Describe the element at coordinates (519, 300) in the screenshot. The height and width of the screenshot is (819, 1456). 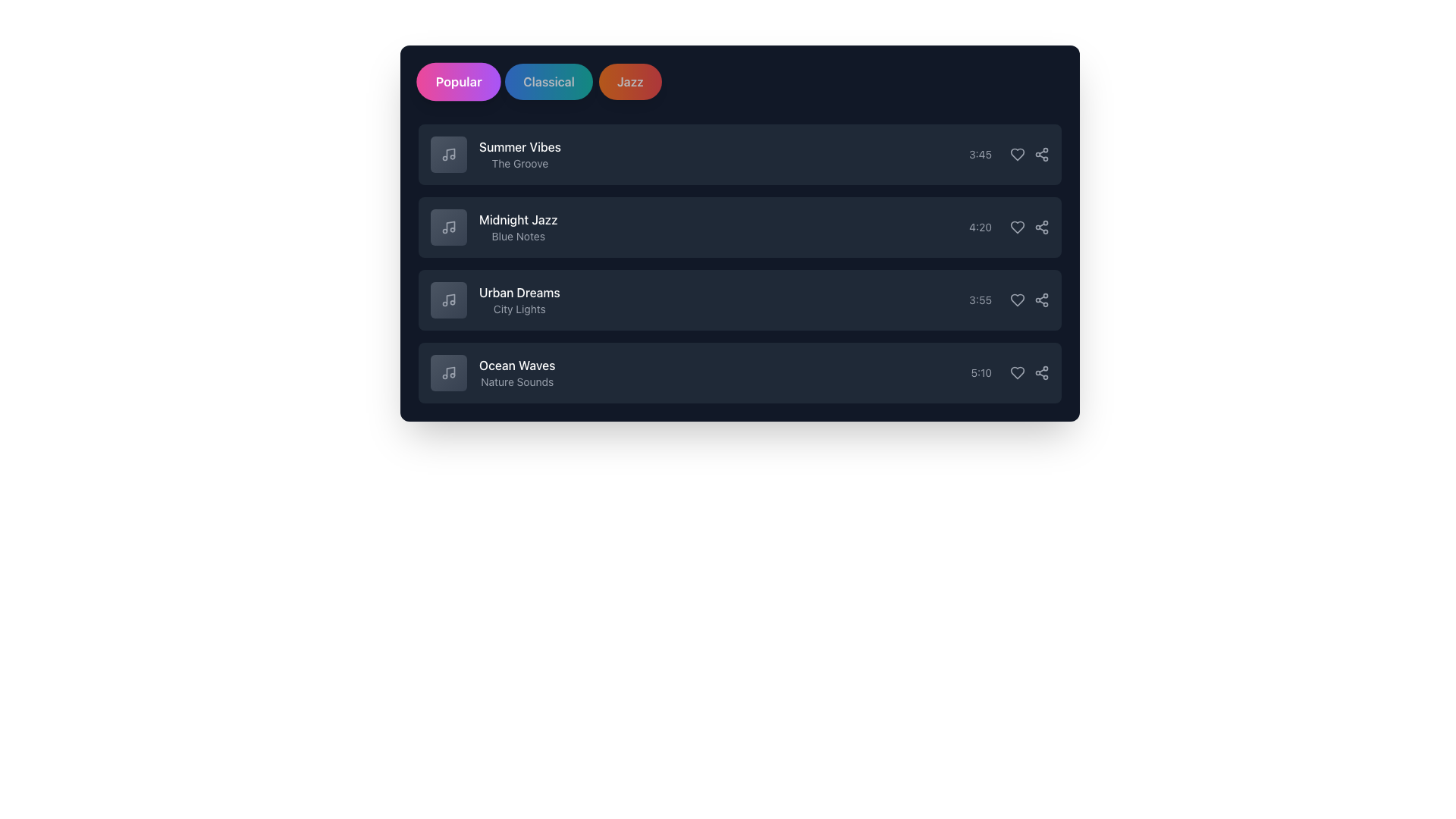
I see `the text display element showing 'Urban Dreams' followed by 'City Lights'` at that location.